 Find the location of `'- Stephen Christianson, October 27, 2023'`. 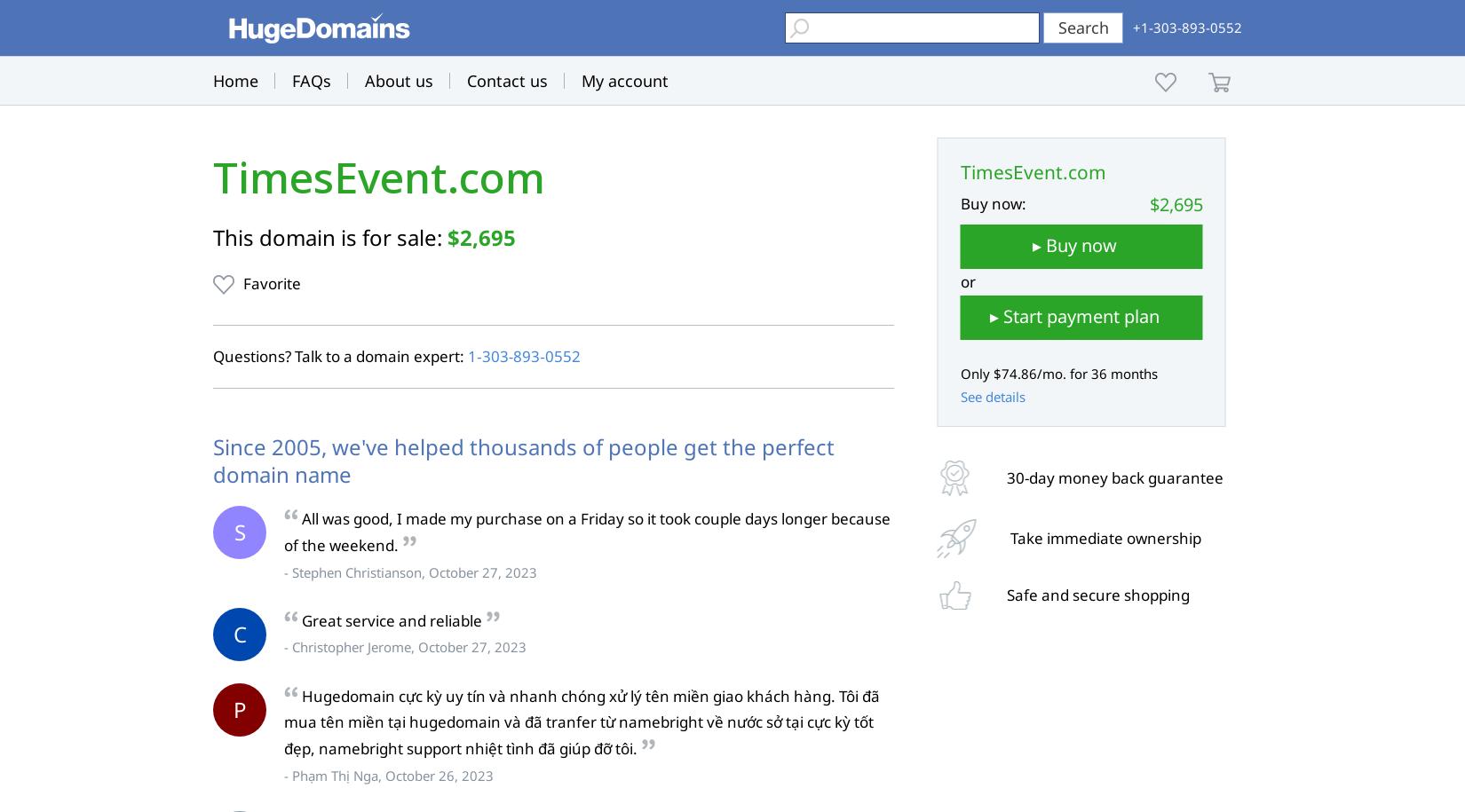

'- Stephen Christianson, October 27, 2023' is located at coordinates (409, 571).